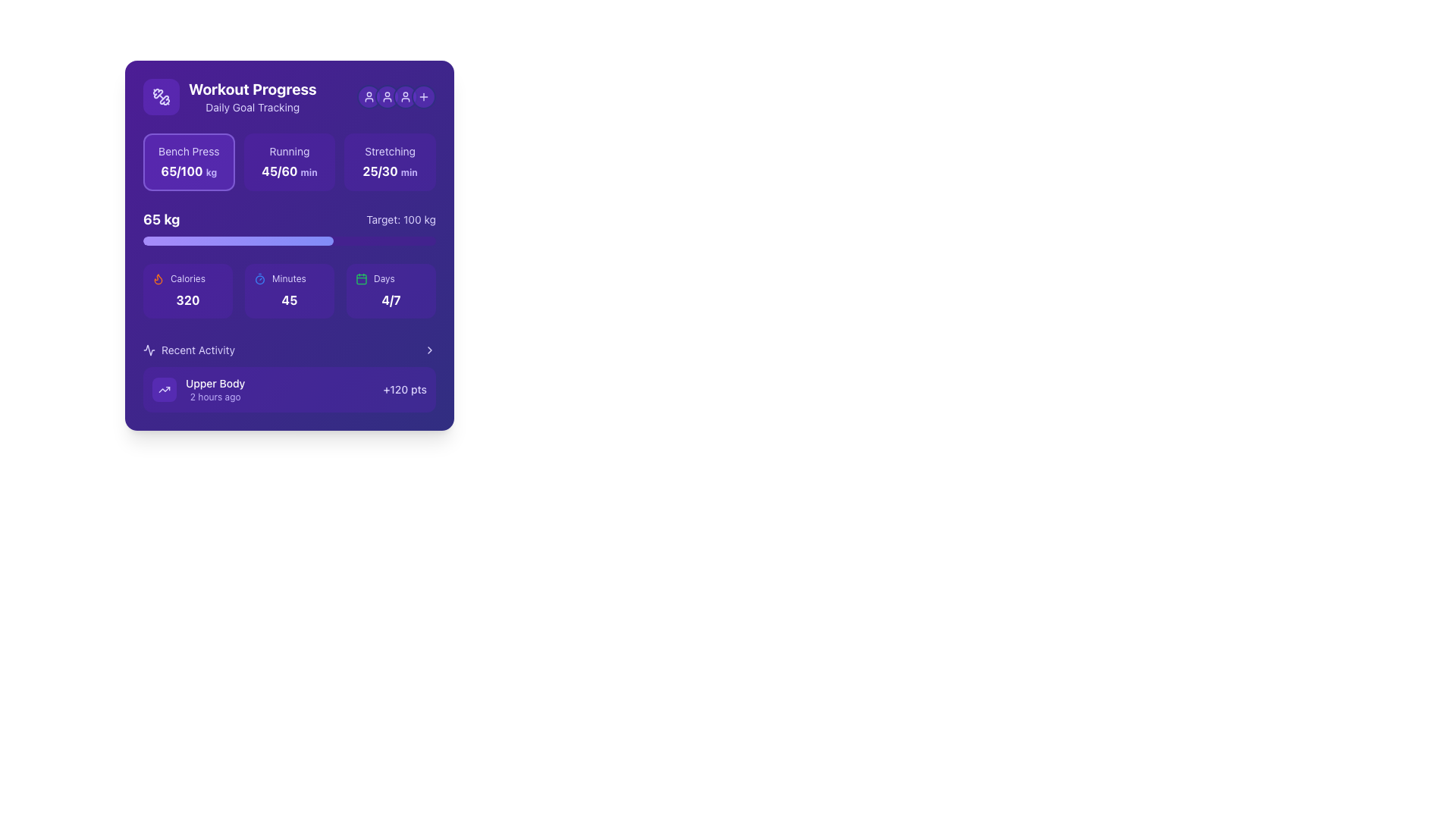 The image size is (1456, 819). I want to click on the bold white number '45' in the middle of the purple informational panel that contains the text 'Minutes', so click(290, 291).